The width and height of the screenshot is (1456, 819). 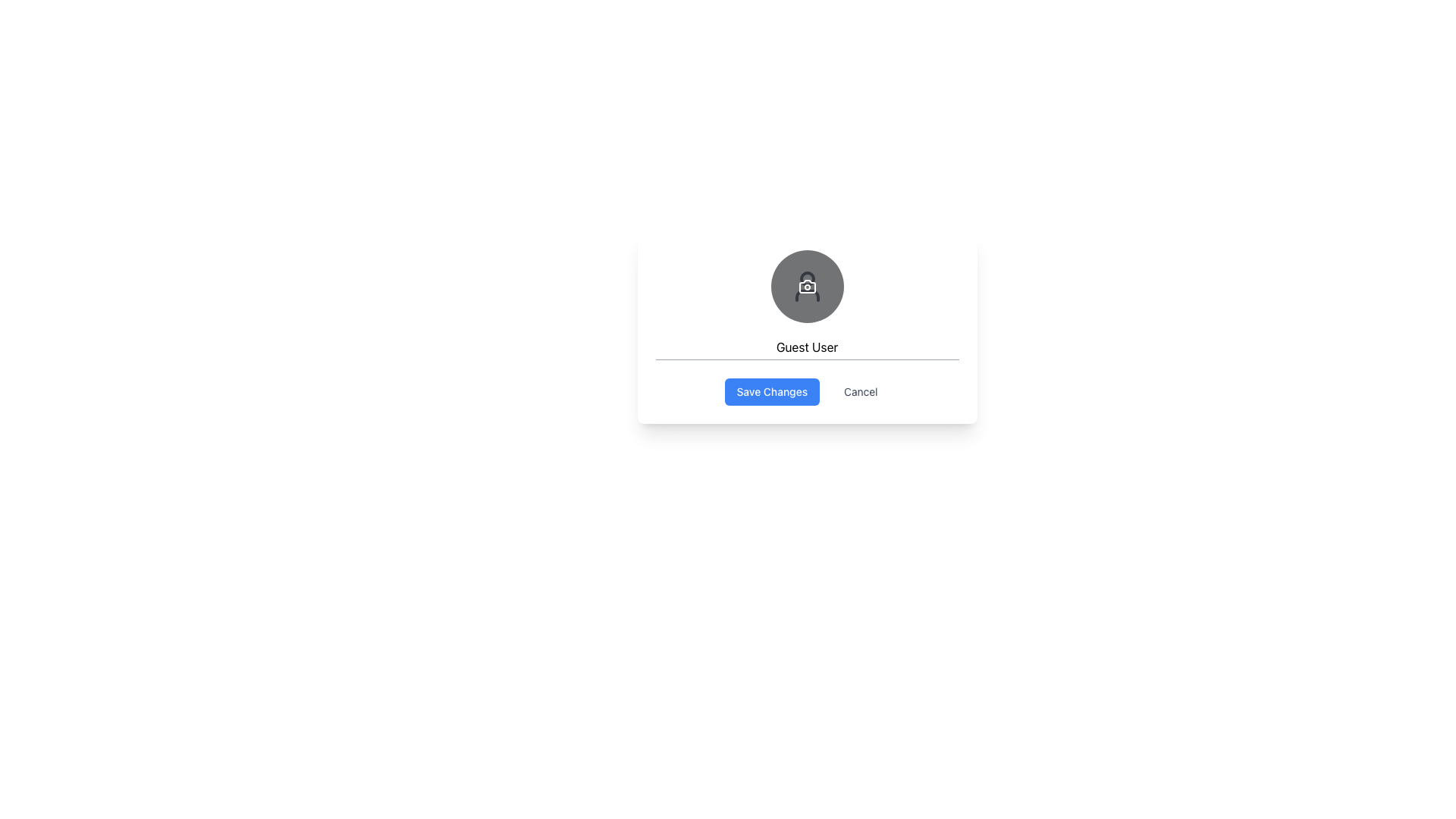 What do you see at coordinates (806, 287) in the screenshot?
I see `the decorative camera icon in the avatar section of the dialog modal, positioned above the text 'Guest User'` at bounding box center [806, 287].